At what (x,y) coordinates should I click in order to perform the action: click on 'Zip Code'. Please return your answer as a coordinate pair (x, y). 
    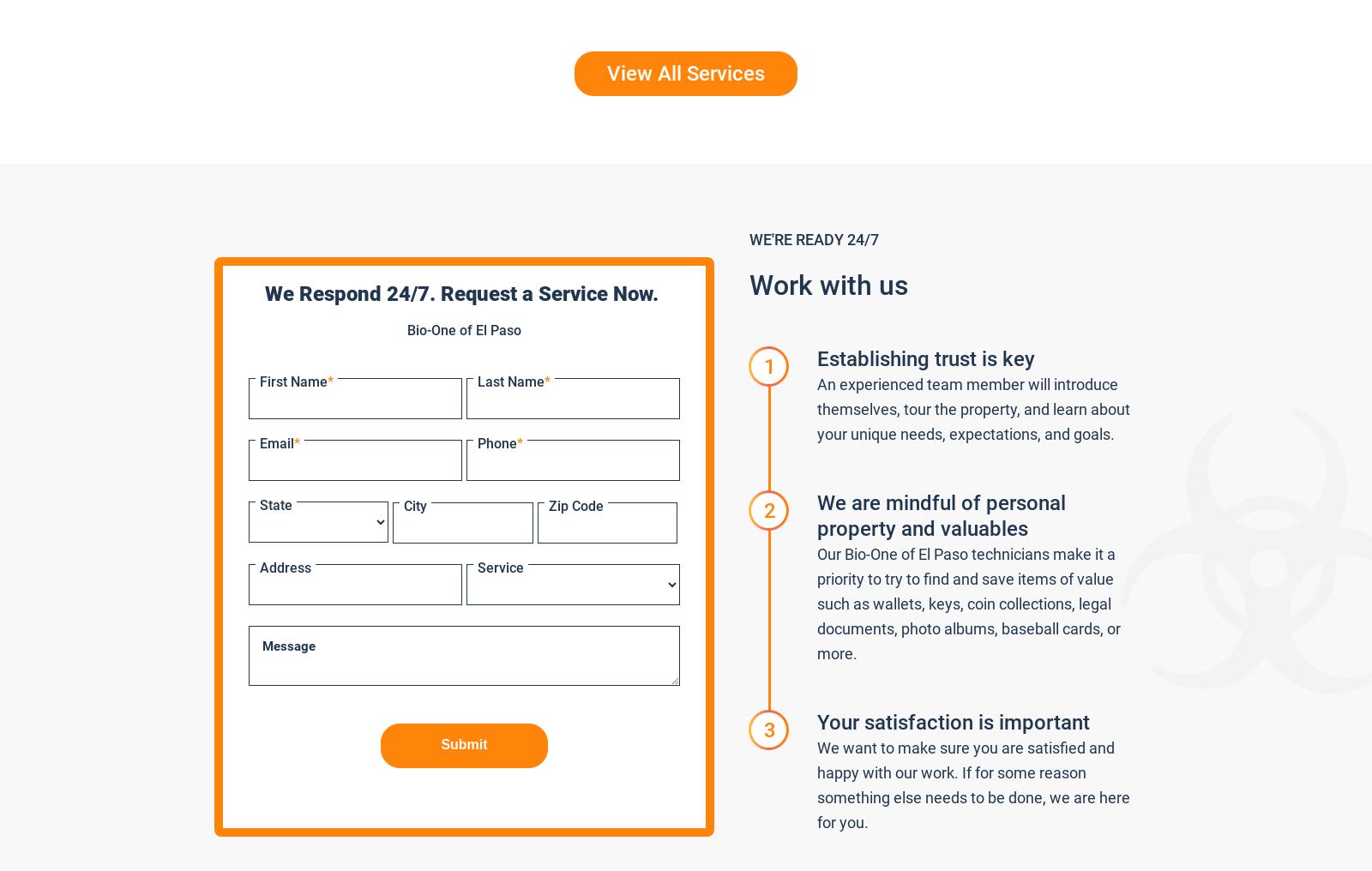
    Looking at the image, I should click on (575, 505).